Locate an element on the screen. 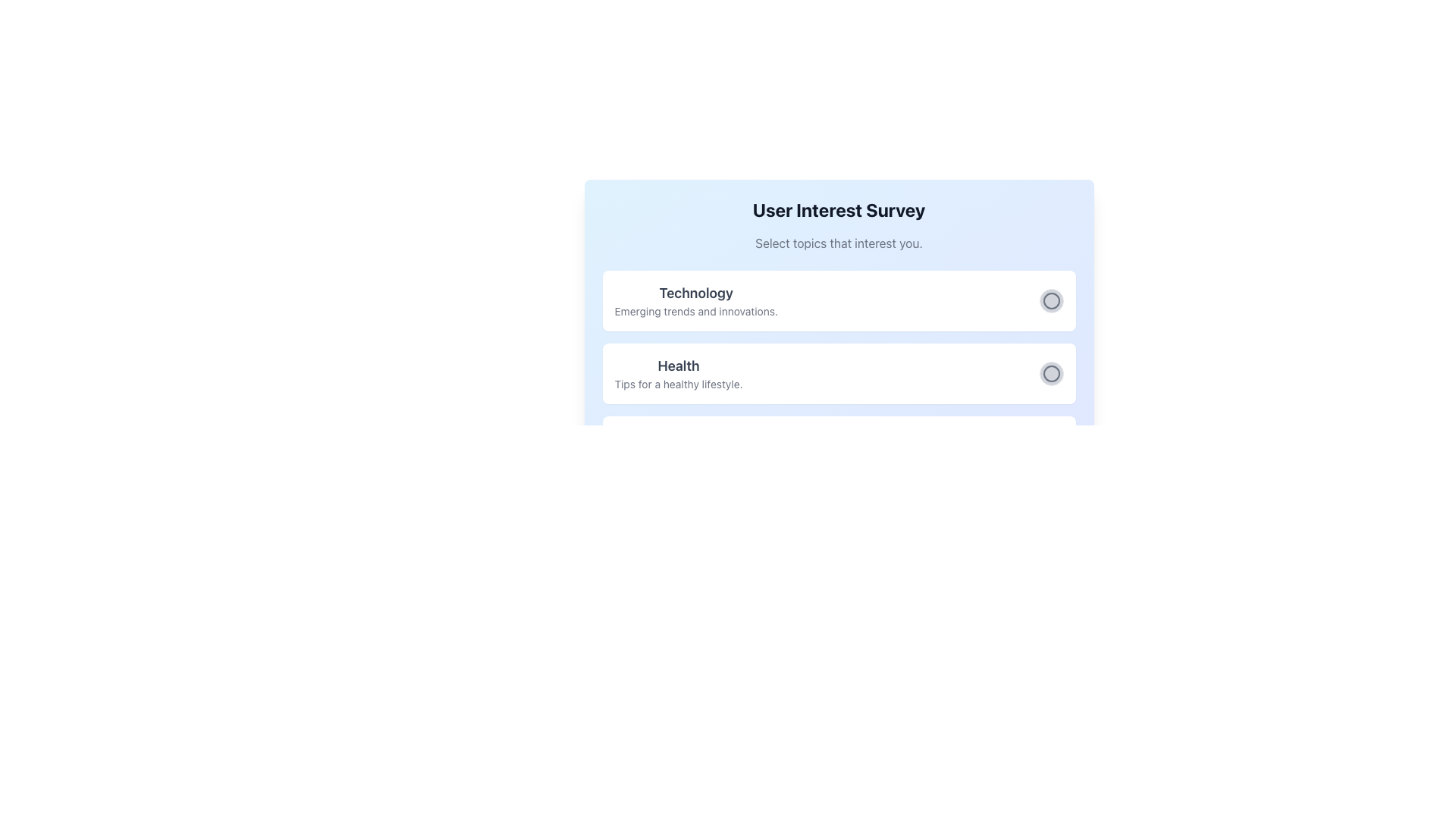 Image resolution: width=1456 pixels, height=819 pixels. the styled radio button located next to the text 'Technology' in the first list item of the vertical selection menu via keyboard navigation is located at coordinates (1050, 301).